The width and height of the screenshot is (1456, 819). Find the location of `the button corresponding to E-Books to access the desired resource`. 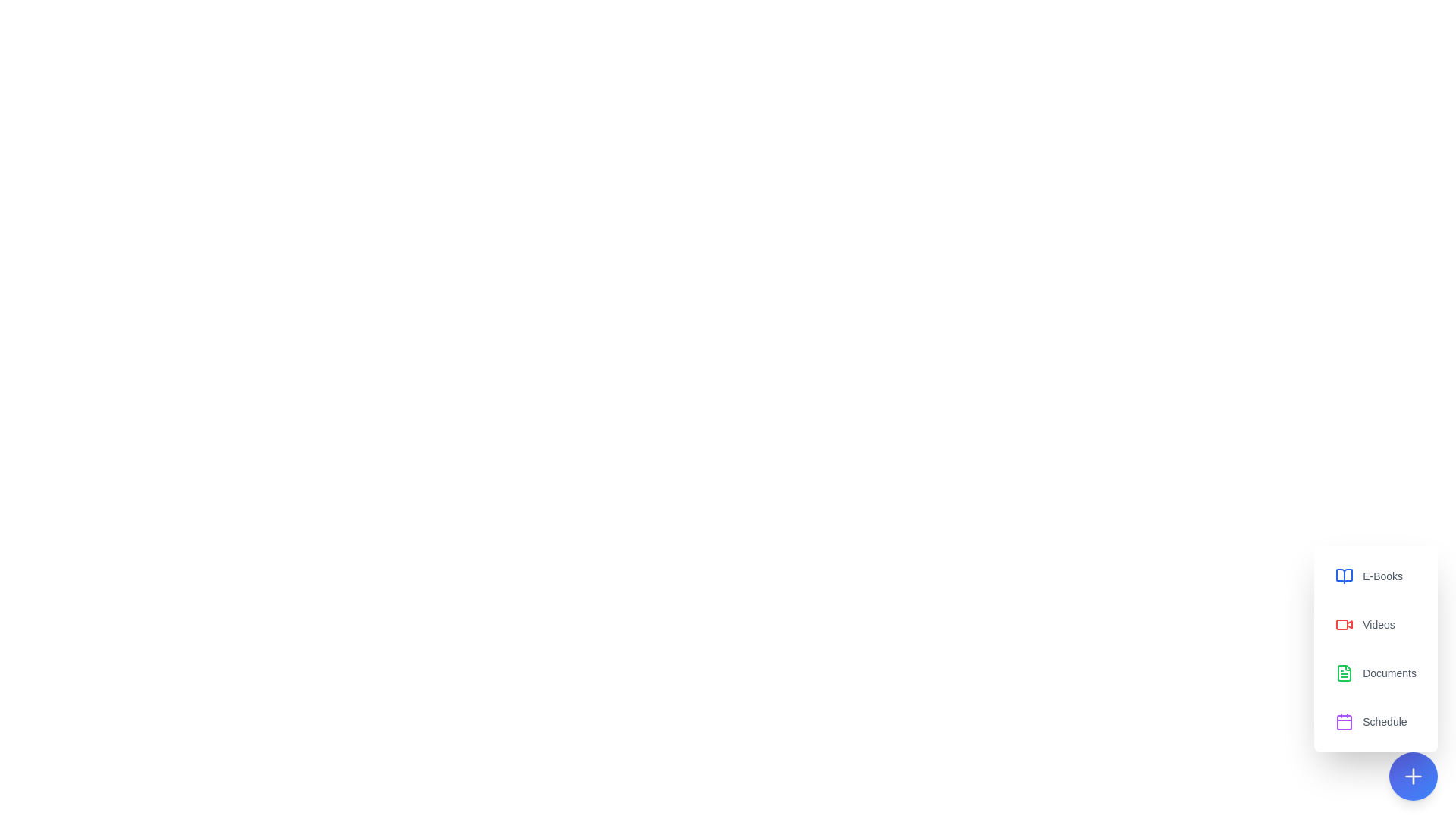

the button corresponding to E-Books to access the desired resource is located at coordinates (1376, 576).